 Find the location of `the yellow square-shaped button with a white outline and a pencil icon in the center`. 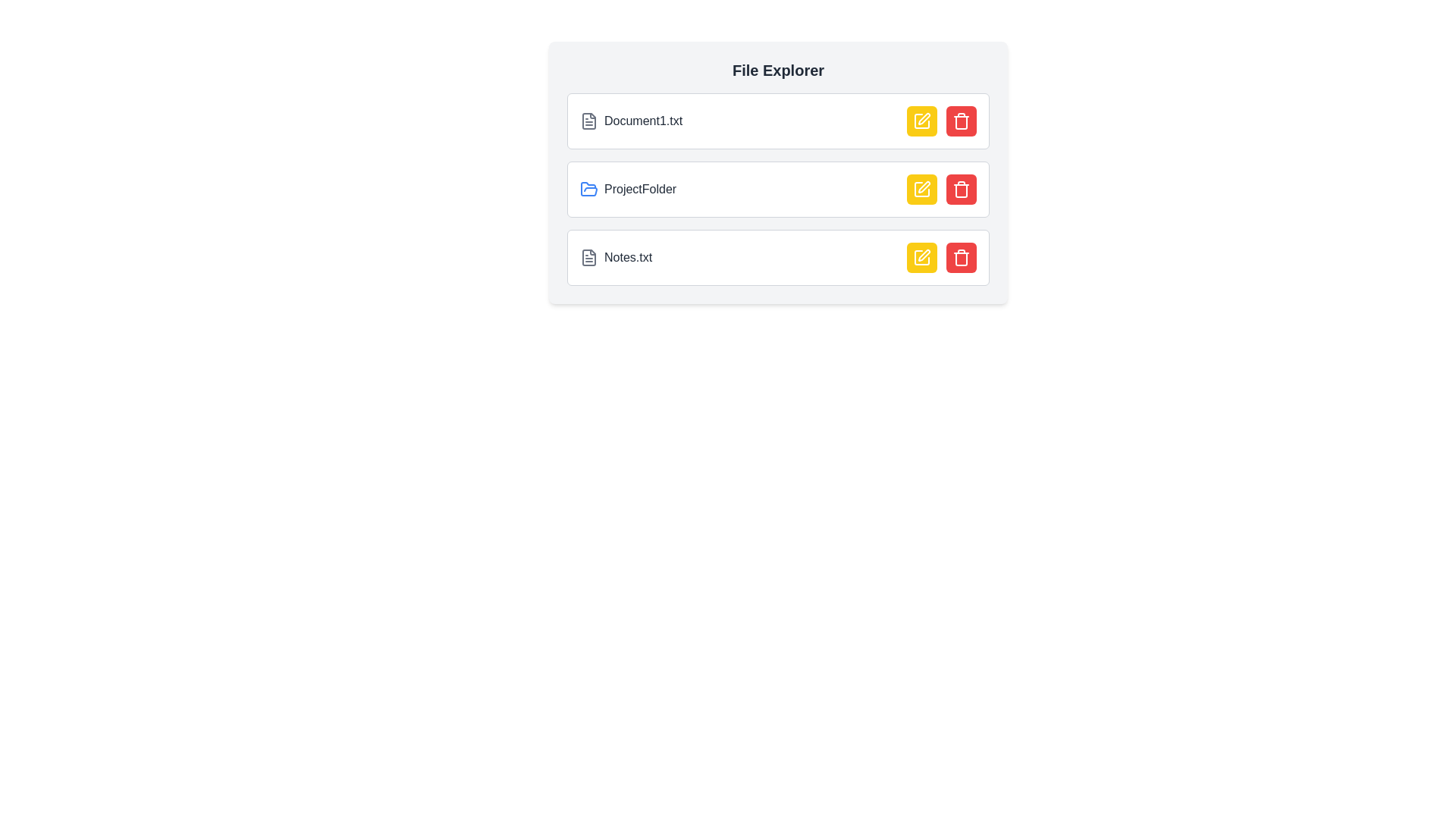

the yellow square-shaped button with a white outline and a pencil icon in the center is located at coordinates (921, 120).